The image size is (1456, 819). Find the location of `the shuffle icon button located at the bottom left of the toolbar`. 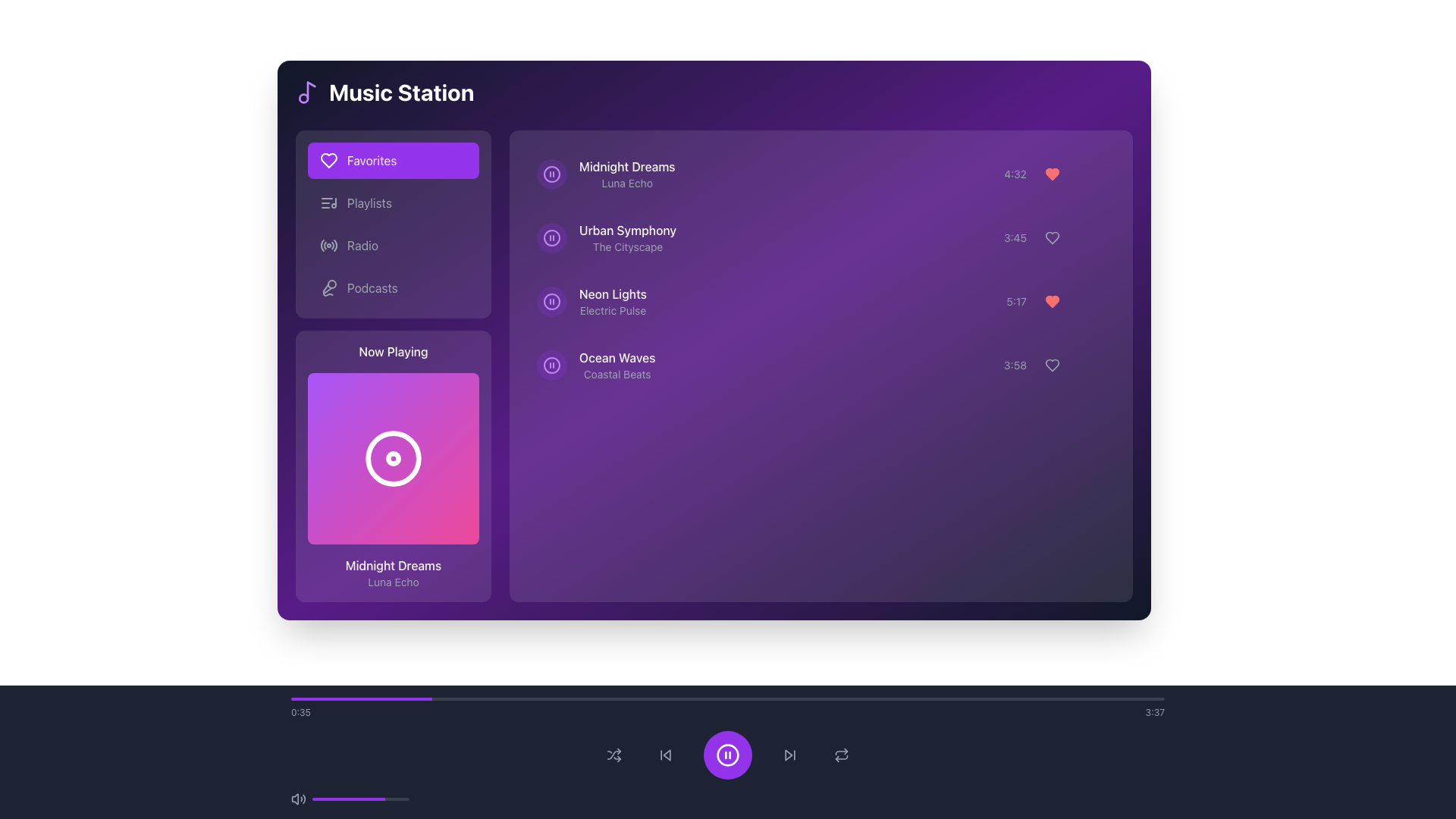

the shuffle icon button located at the bottom left of the toolbar is located at coordinates (614, 755).